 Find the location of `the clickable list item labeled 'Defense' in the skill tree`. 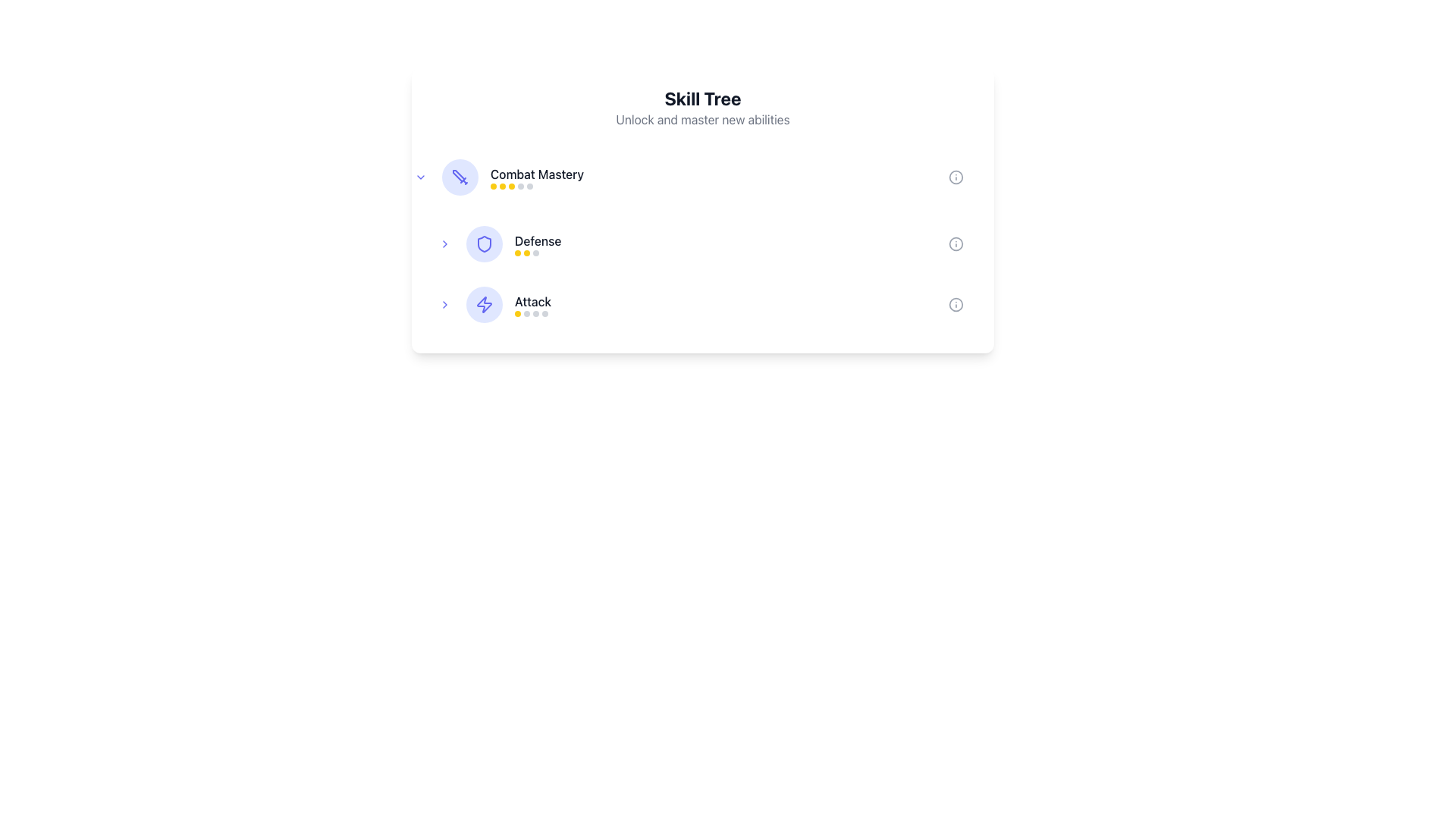

the clickable list item labeled 'Defense' in the skill tree is located at coordinates (714, 243).